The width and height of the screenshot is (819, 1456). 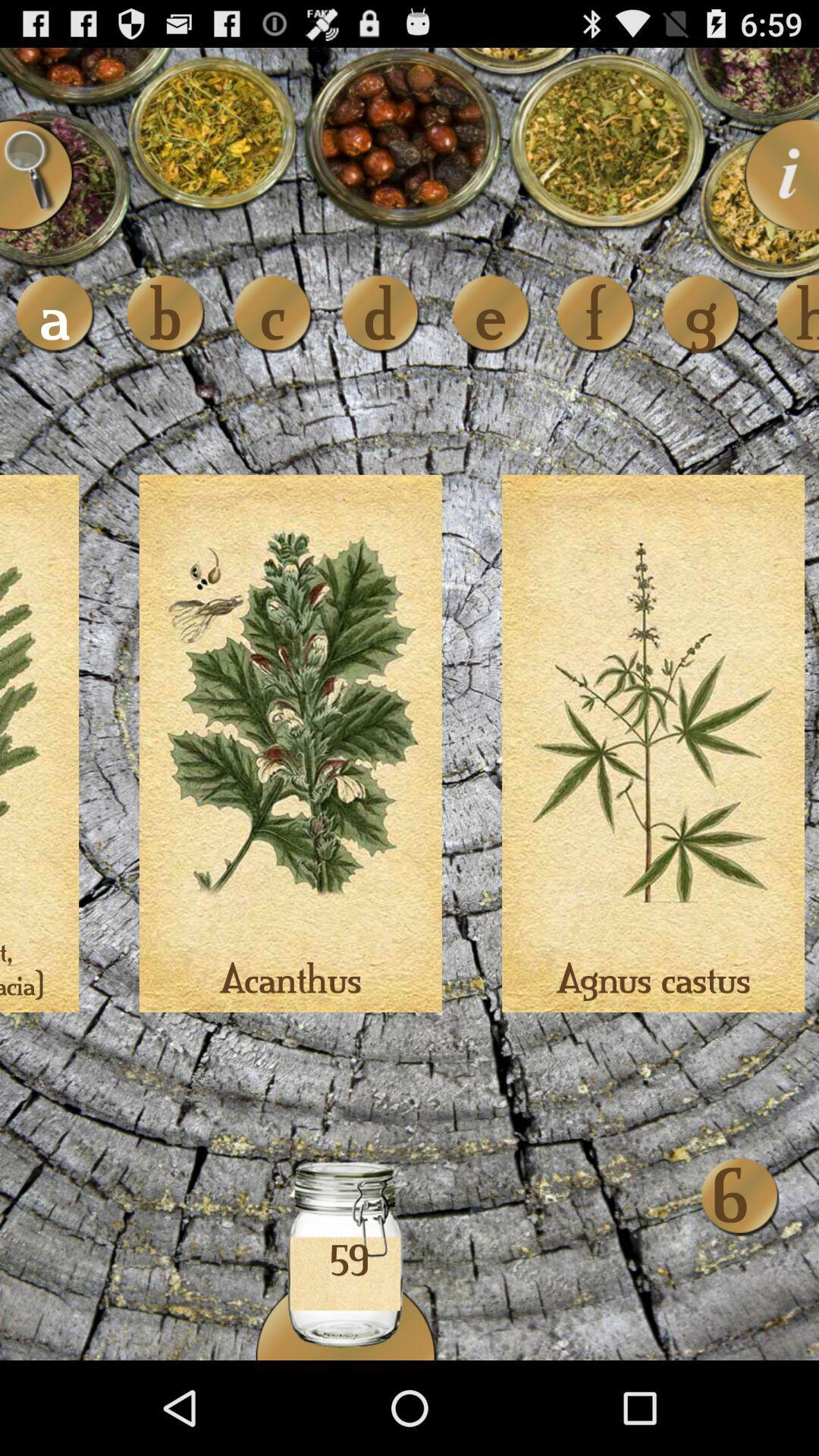 What do you see at coordinates (780, 186) in the screenshot?
I see `the info icon` at bounding box center [780, 186].